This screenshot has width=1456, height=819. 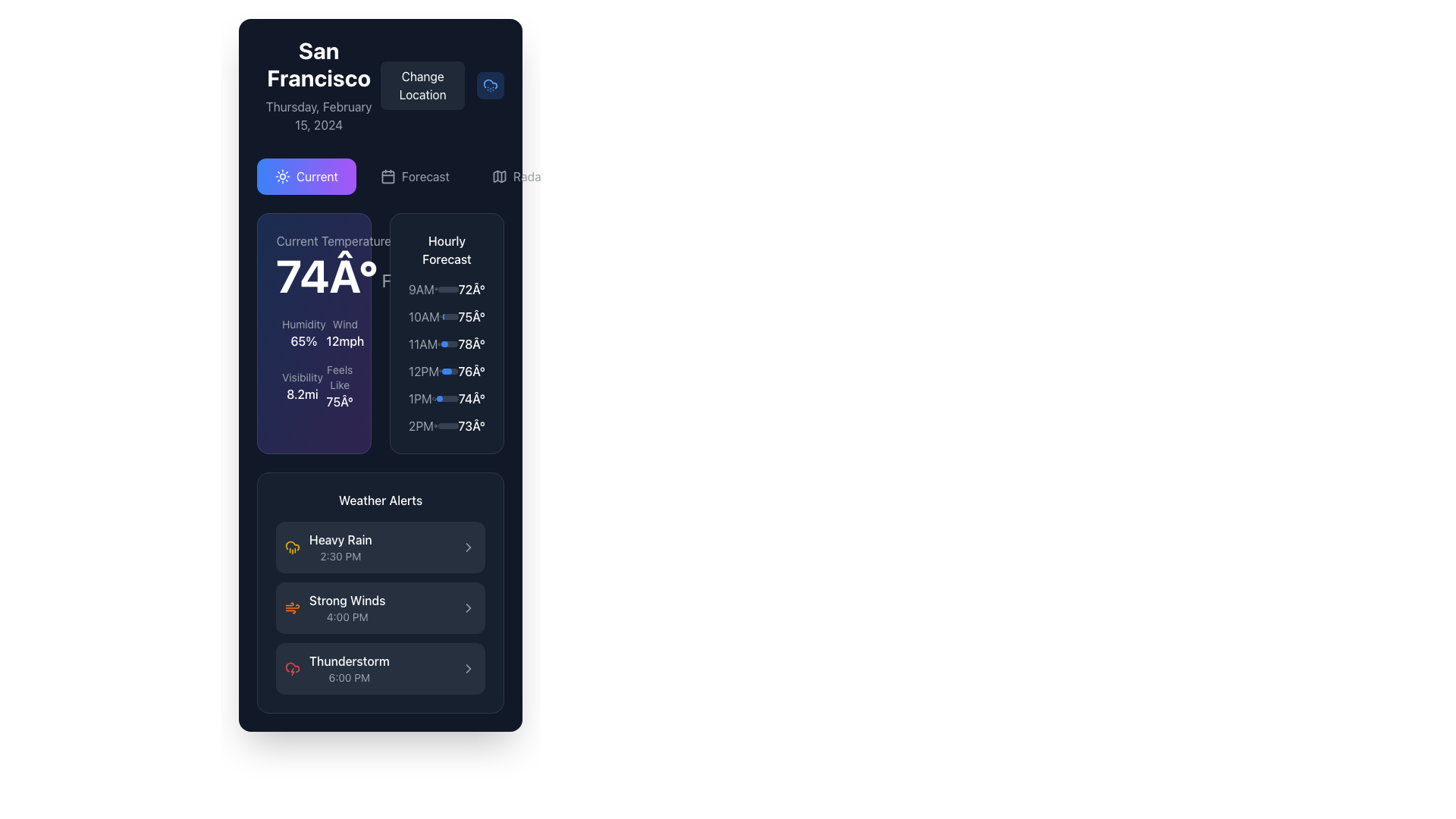 What do you see at coordinates (435, 426) in the screenshot?
I see `the weather icon representing sunny conditions for 2PM in the Hourly Forecast section to understand its contextual meaning` at bounding box center [435, 426].